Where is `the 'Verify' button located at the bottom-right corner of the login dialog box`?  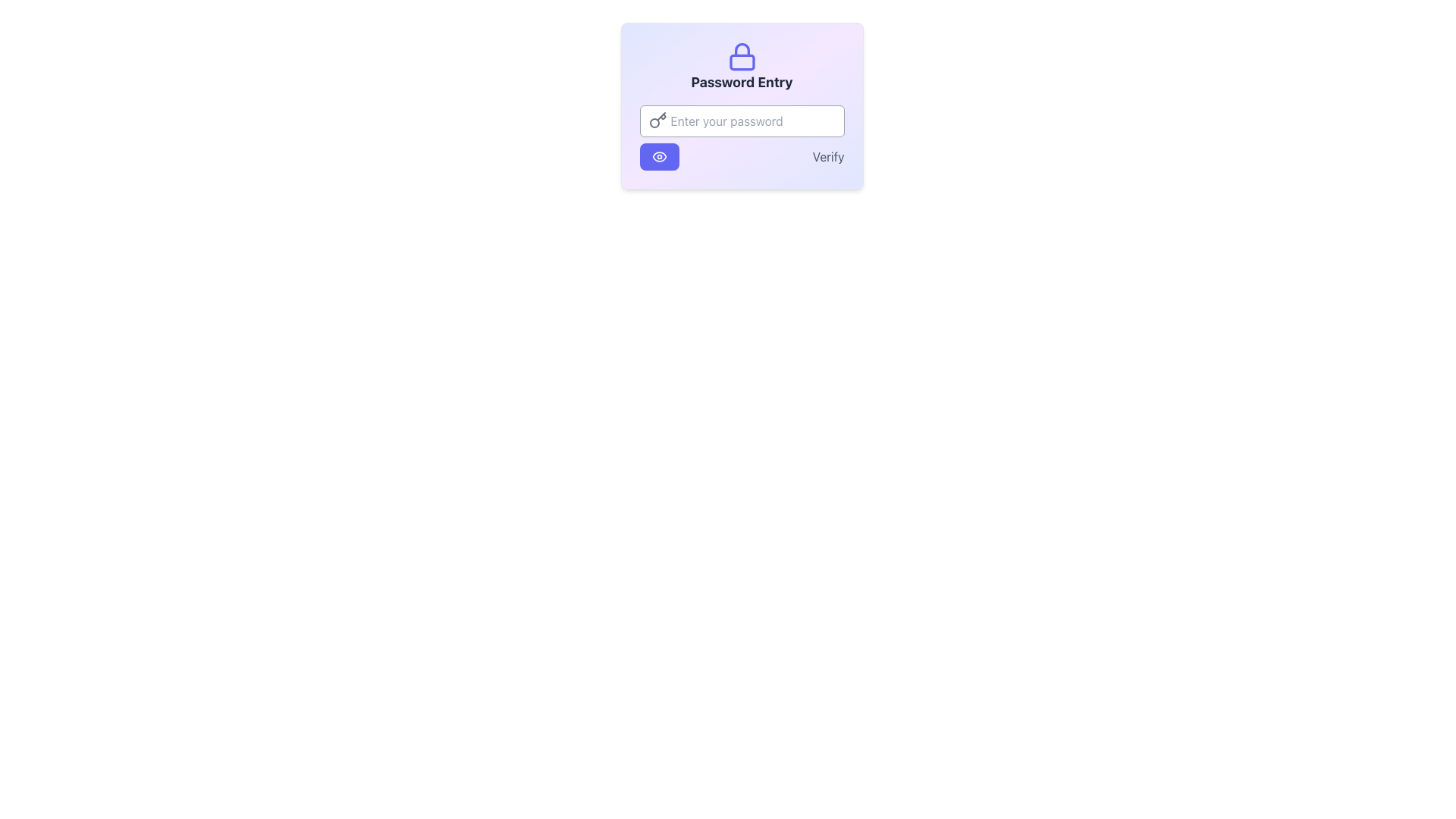 the 'Verify' button located at the bottom-right corner of the login dialog box is located at coordinates (827, 157).